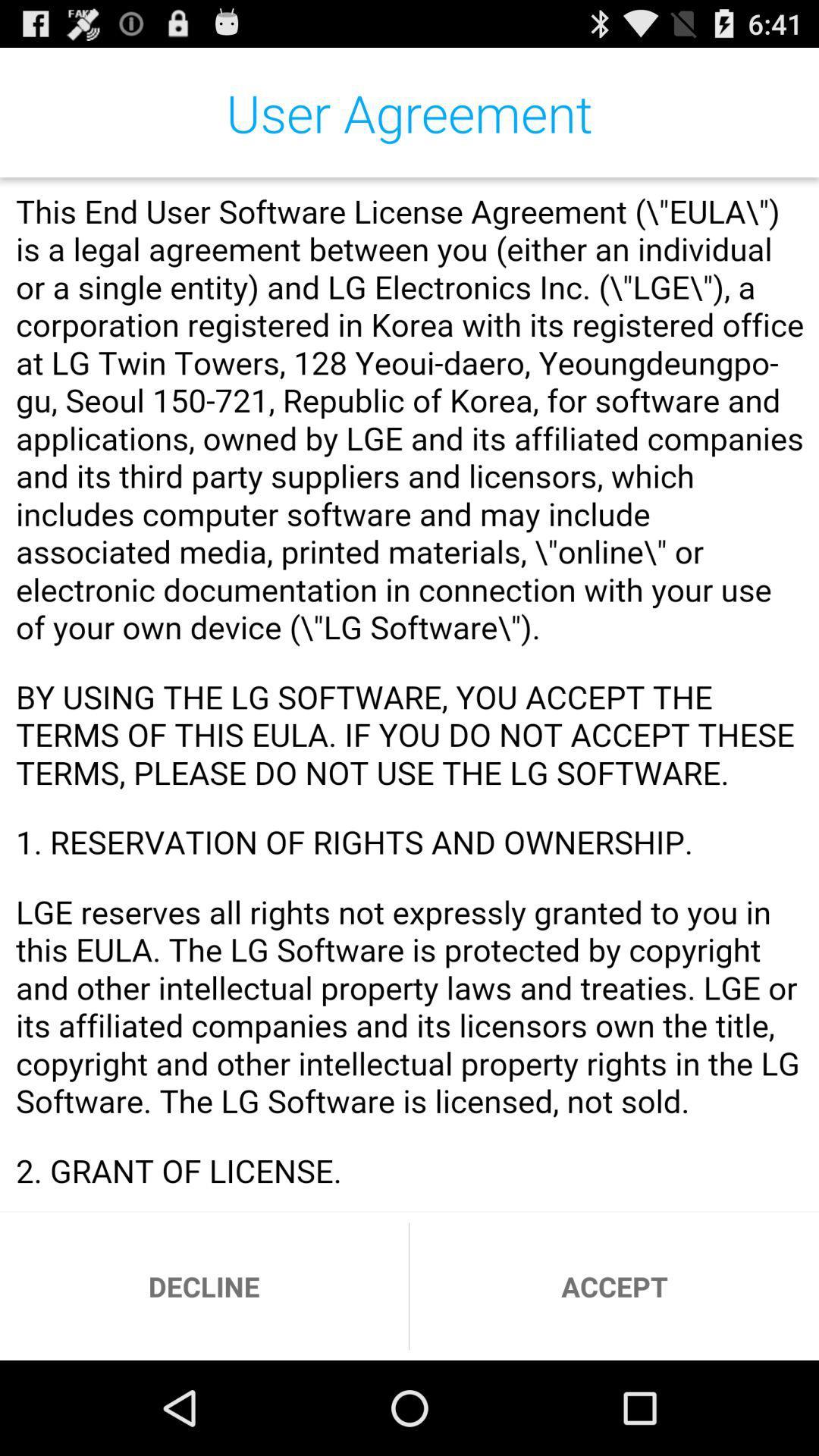 Image resolution: width=819 pixels, height=1456 pixels. Describe the element at coordinates (409, 694) in the screenshot. I see `screen button` at that location.